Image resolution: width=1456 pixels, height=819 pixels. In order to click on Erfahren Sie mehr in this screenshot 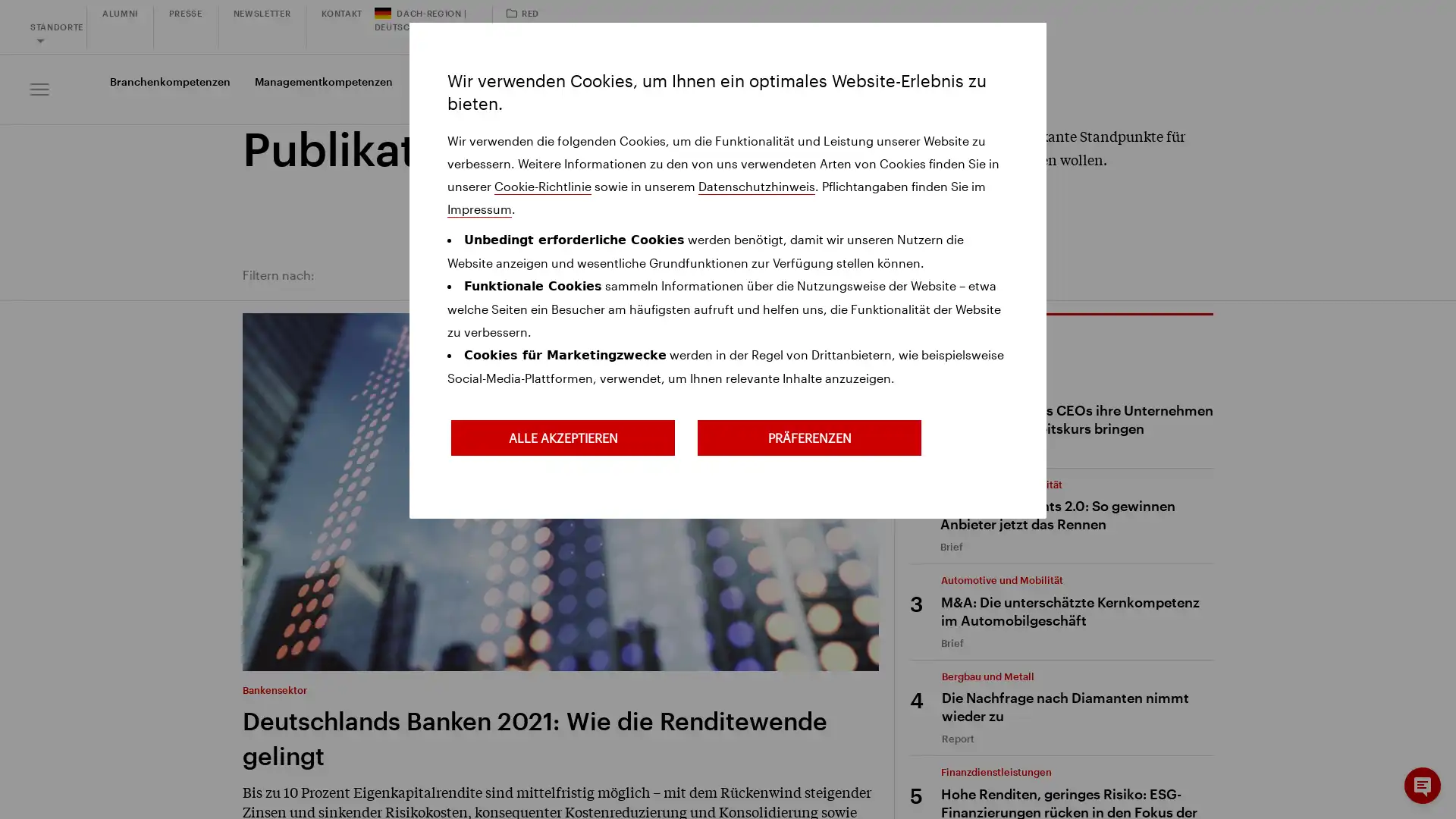, I will do `click(1153, 52)`.